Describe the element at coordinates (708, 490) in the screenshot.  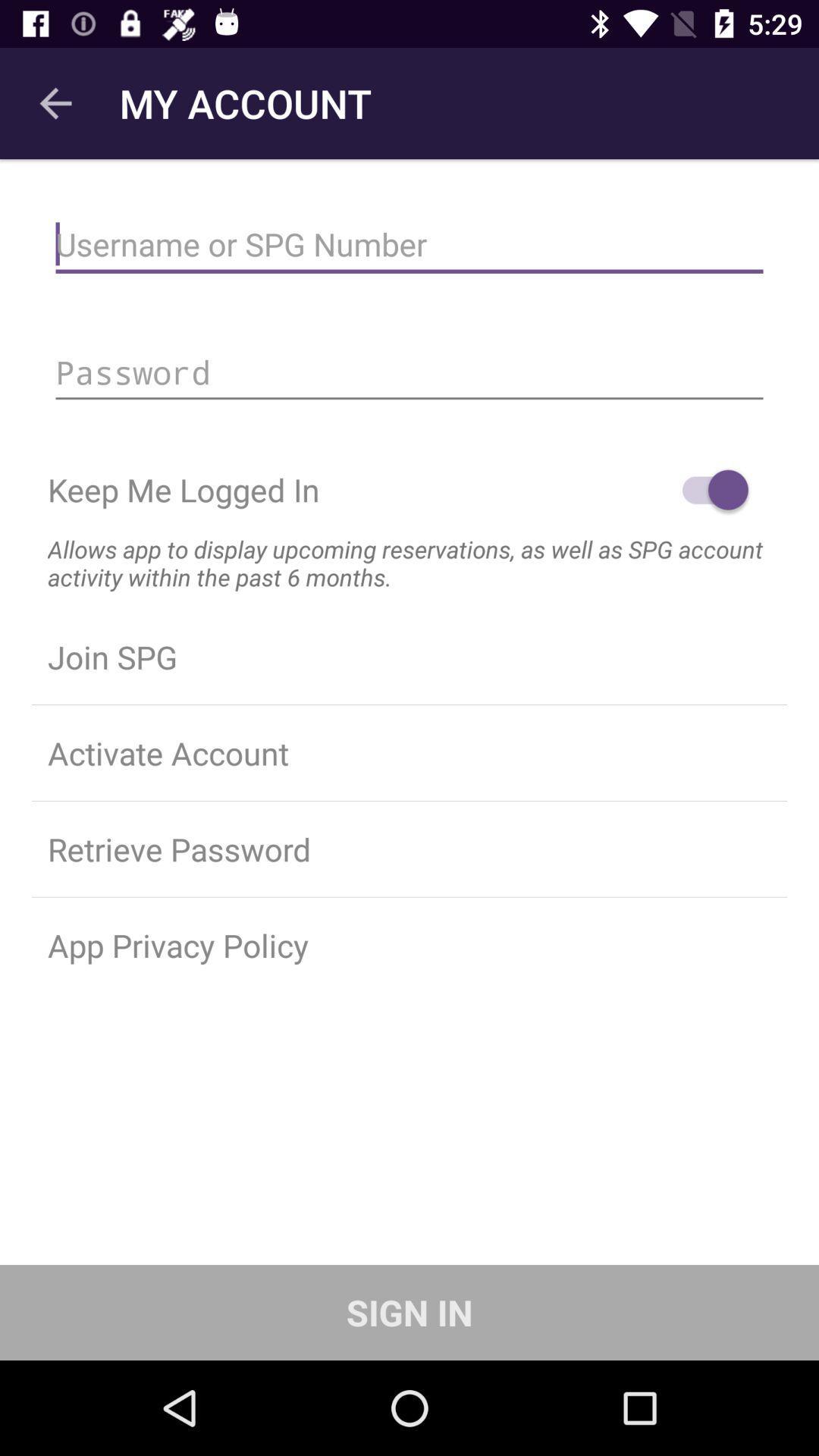
I see `icon above the allows app to` at that location.